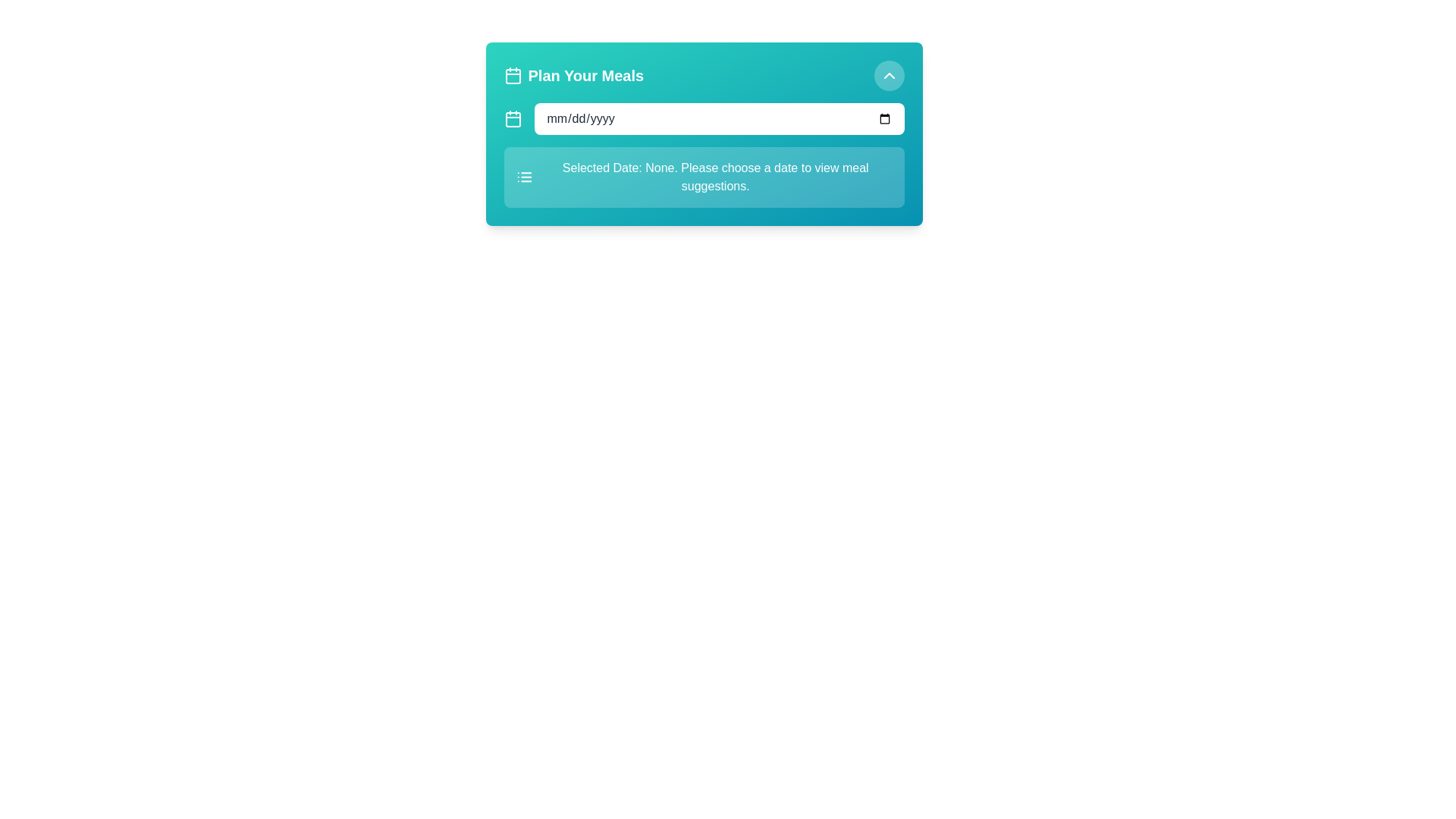 The image size is (1456, 819). I want to click on the decorative rectangle within the calendar icon located to the left of the 'mm/dd/yyyy' input field on the 'Plan Your Meals' card, so click(513, 119).